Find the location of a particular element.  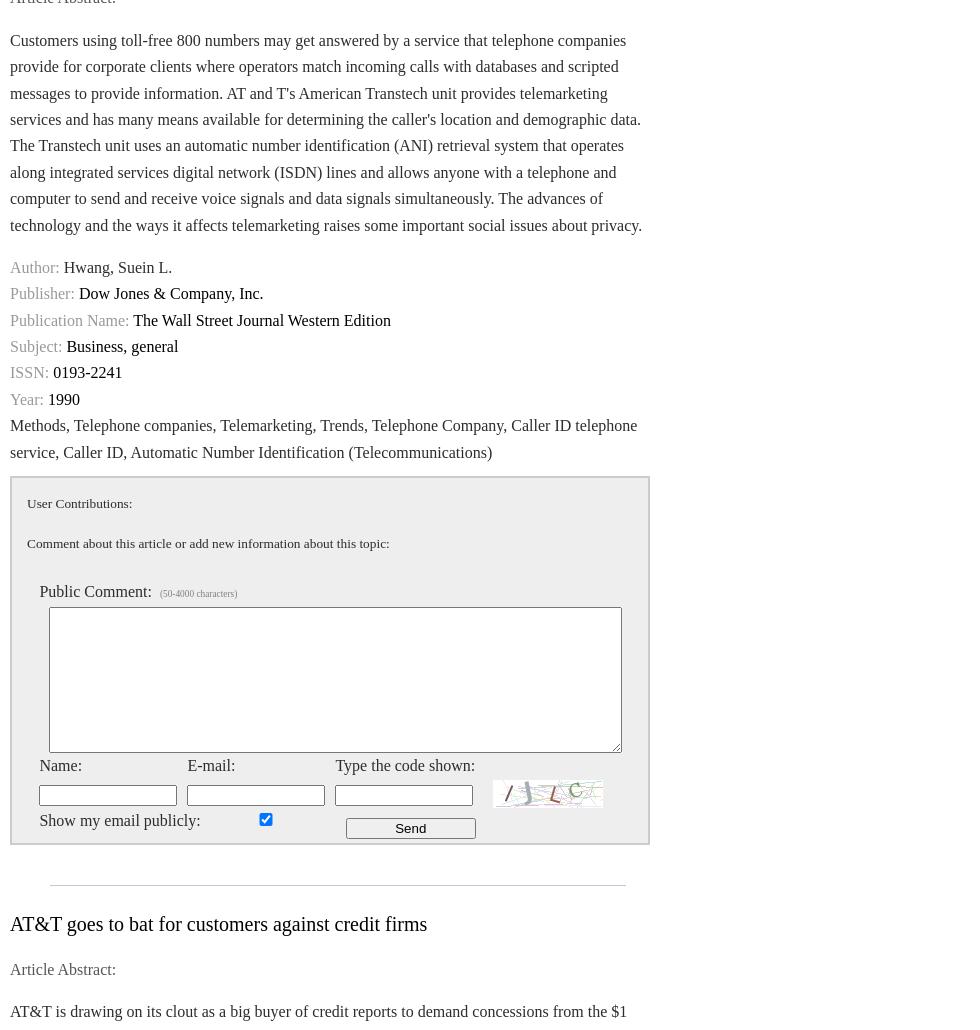

'Type the code shown:' is located at coordinates (405, 765).